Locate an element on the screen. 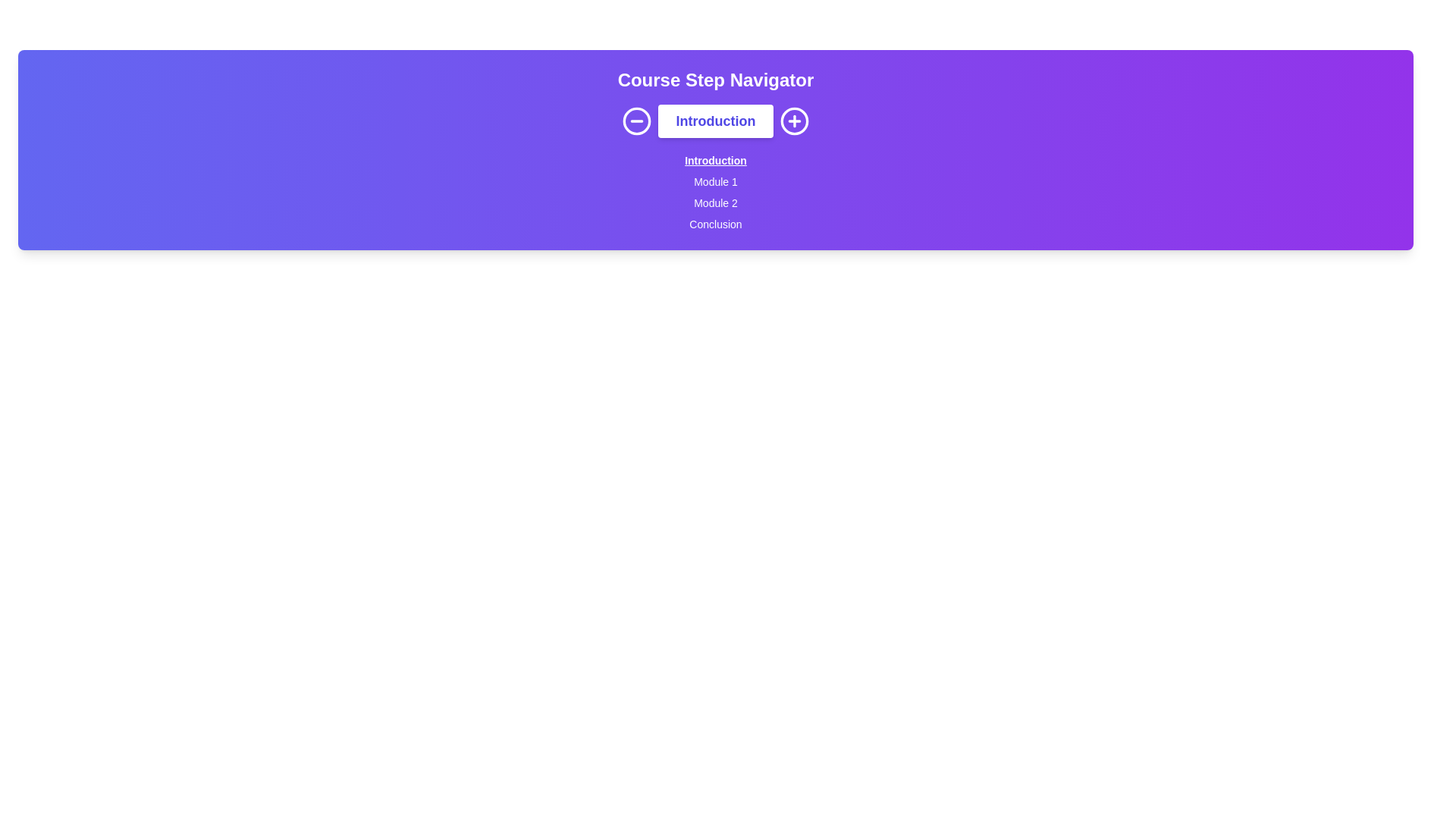 This screenshot has height=819, width=1456. the prominent text label 'Course Step Navigator' styled in bold, large white letters against a gradient purple background, which is centrally aligned at the top of the section is located at coordinates (715, 80).